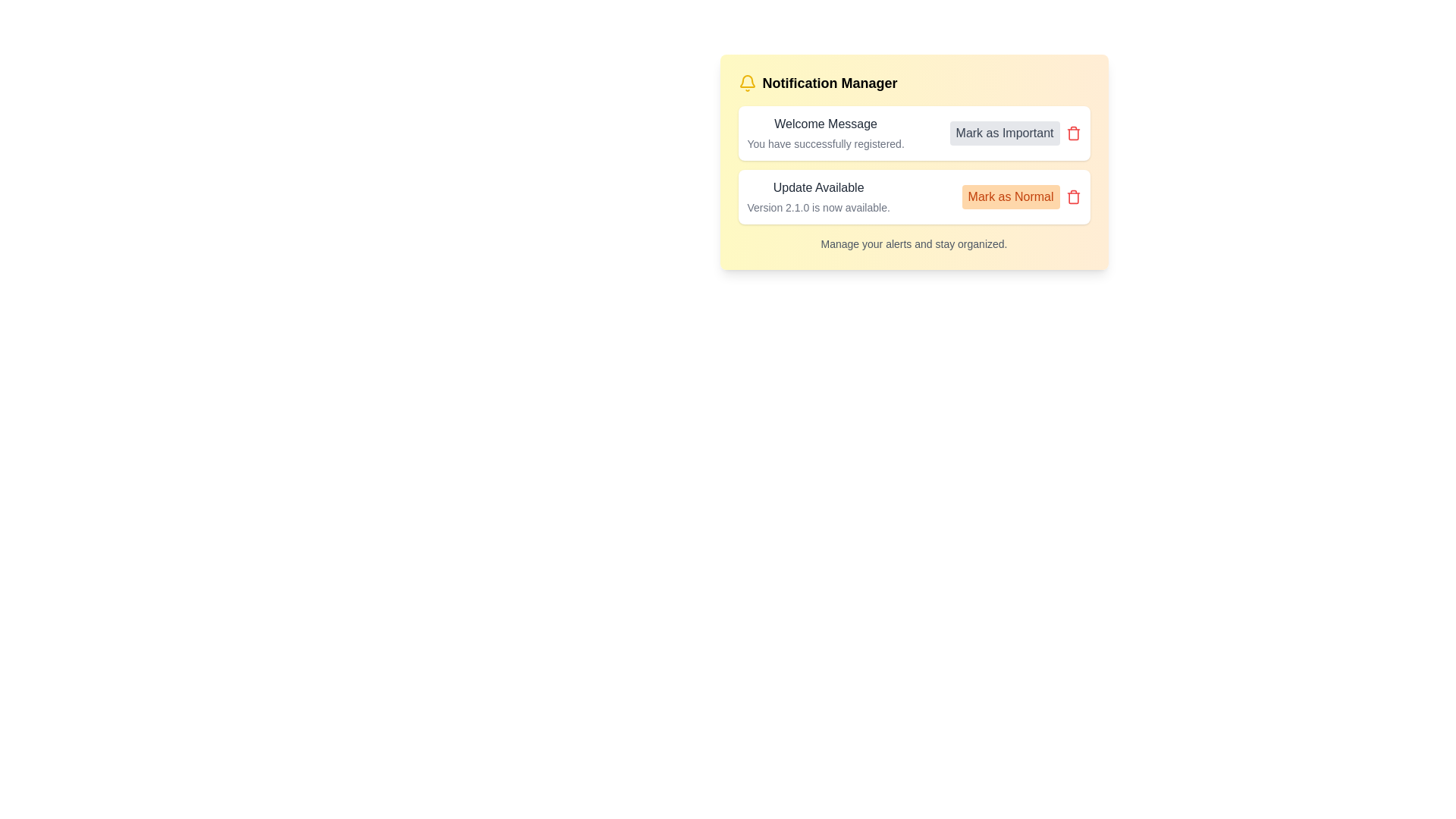  Describe the element at coordinates (825, 124) in the screenshot. I see `the text label displaying 'Welcome Message' within the 'Notification Manager' notification block` at that location.